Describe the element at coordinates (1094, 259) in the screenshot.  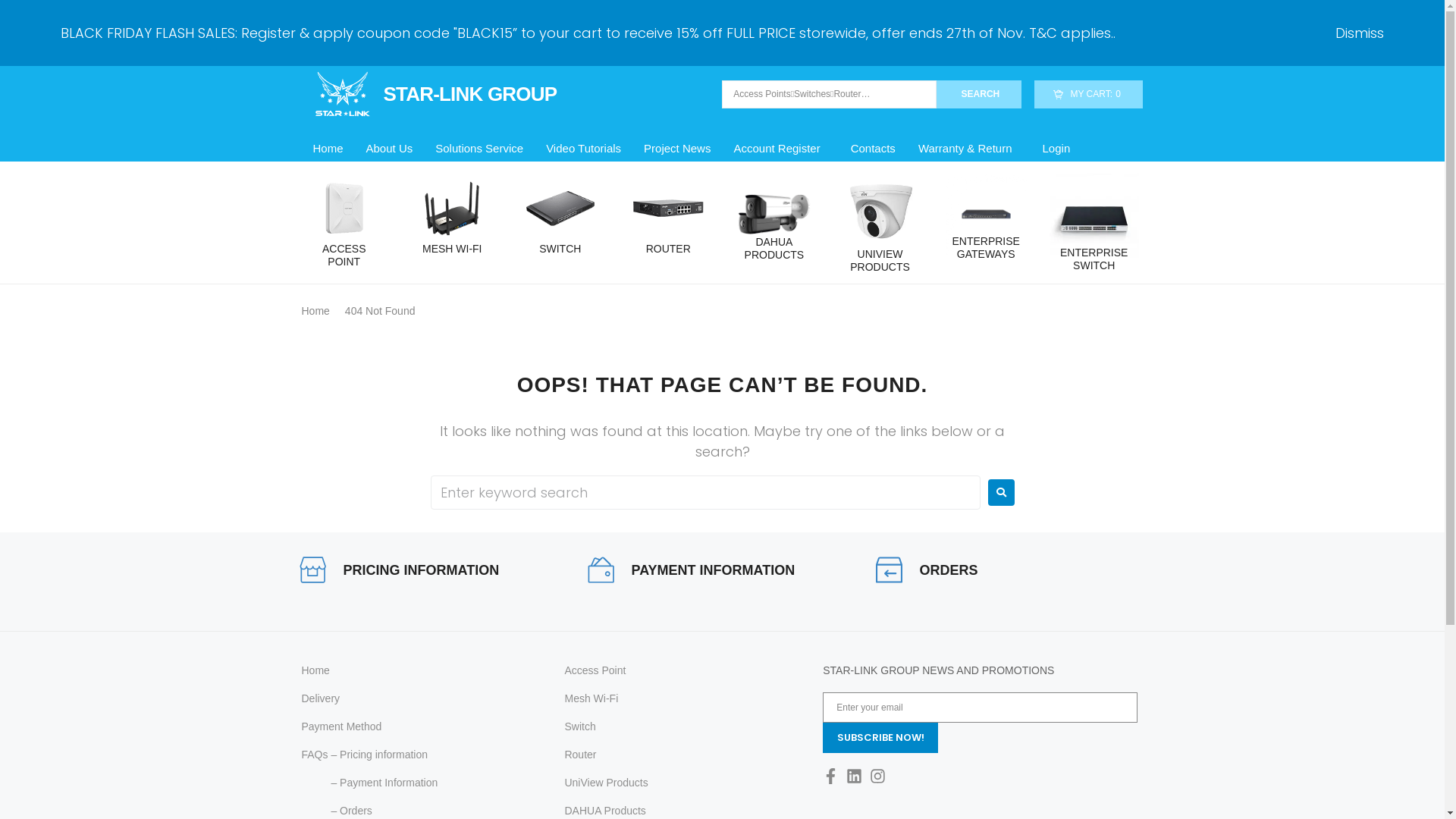
I see `'ENTERPRISE SWITCH'` at that location.